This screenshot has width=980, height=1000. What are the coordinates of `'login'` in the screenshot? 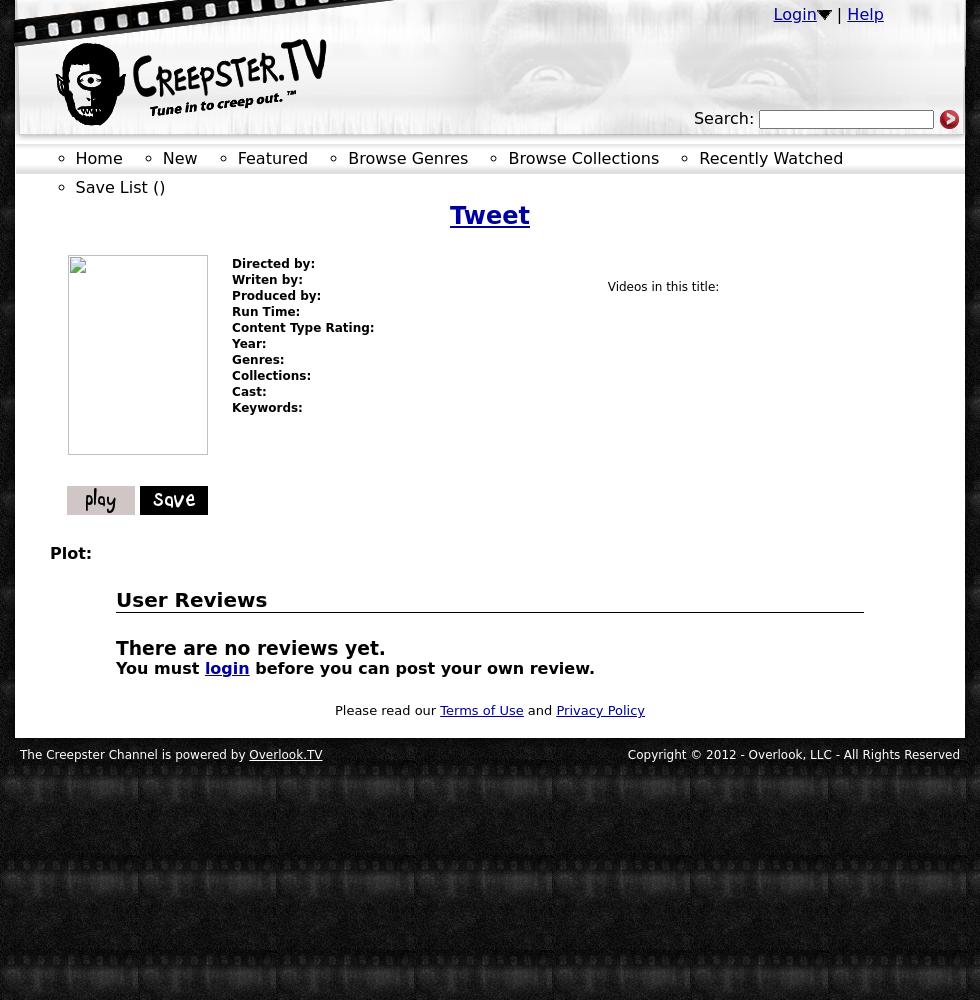 It's located at (226, 668).